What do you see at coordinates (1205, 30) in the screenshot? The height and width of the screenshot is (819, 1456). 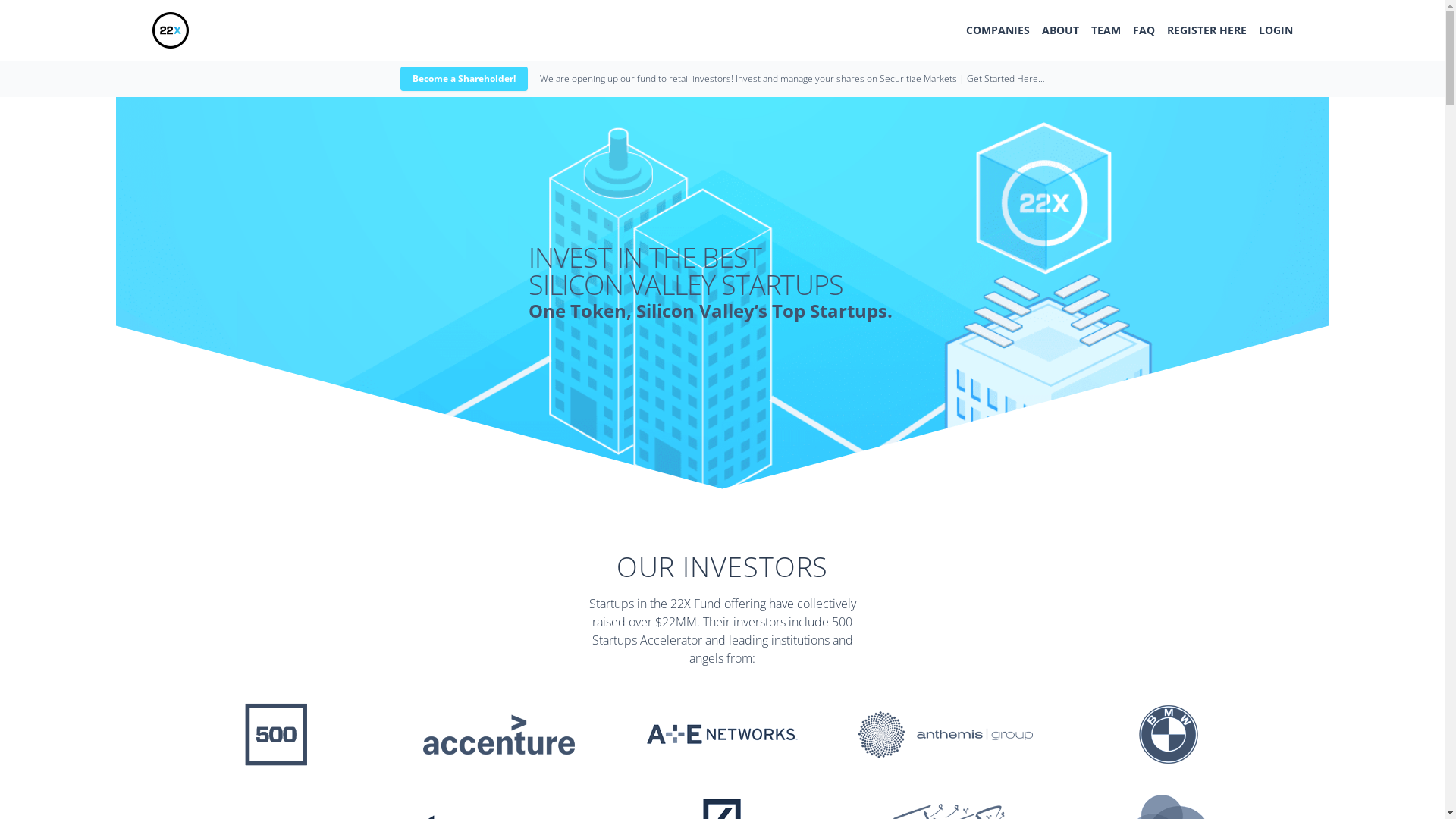 I see `'REGISTER HERE'` at bounding box center [1205, 30].